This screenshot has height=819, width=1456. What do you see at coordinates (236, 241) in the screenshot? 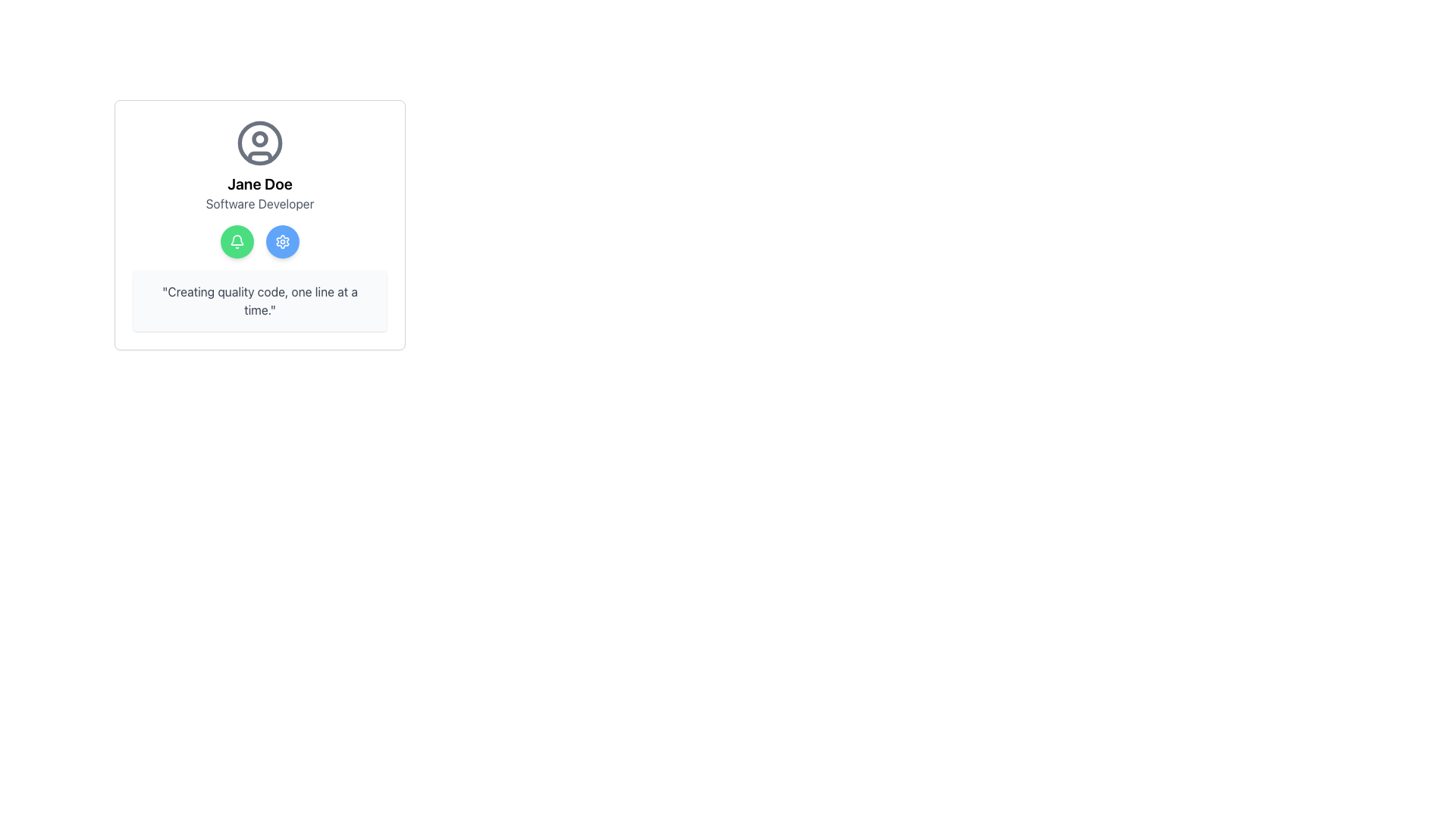
I see `the notification icon, which is the first icon on the left within a group of two circular icons, located below the title 'Software Developer'` at bounding box center [236, 241].